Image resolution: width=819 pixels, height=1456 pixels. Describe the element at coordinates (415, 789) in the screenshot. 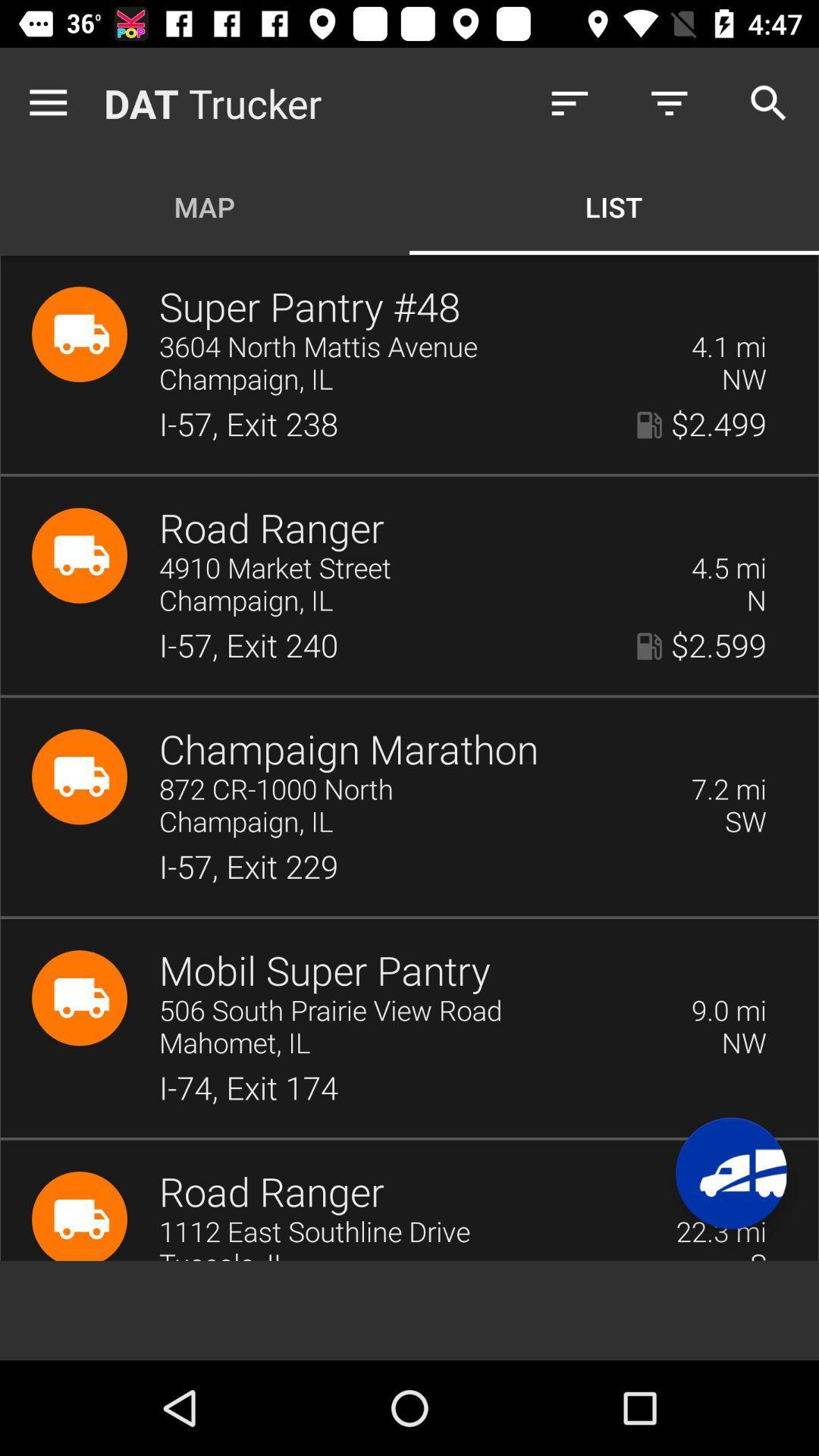

I see `the 872 cr 1000 icon` at that location.